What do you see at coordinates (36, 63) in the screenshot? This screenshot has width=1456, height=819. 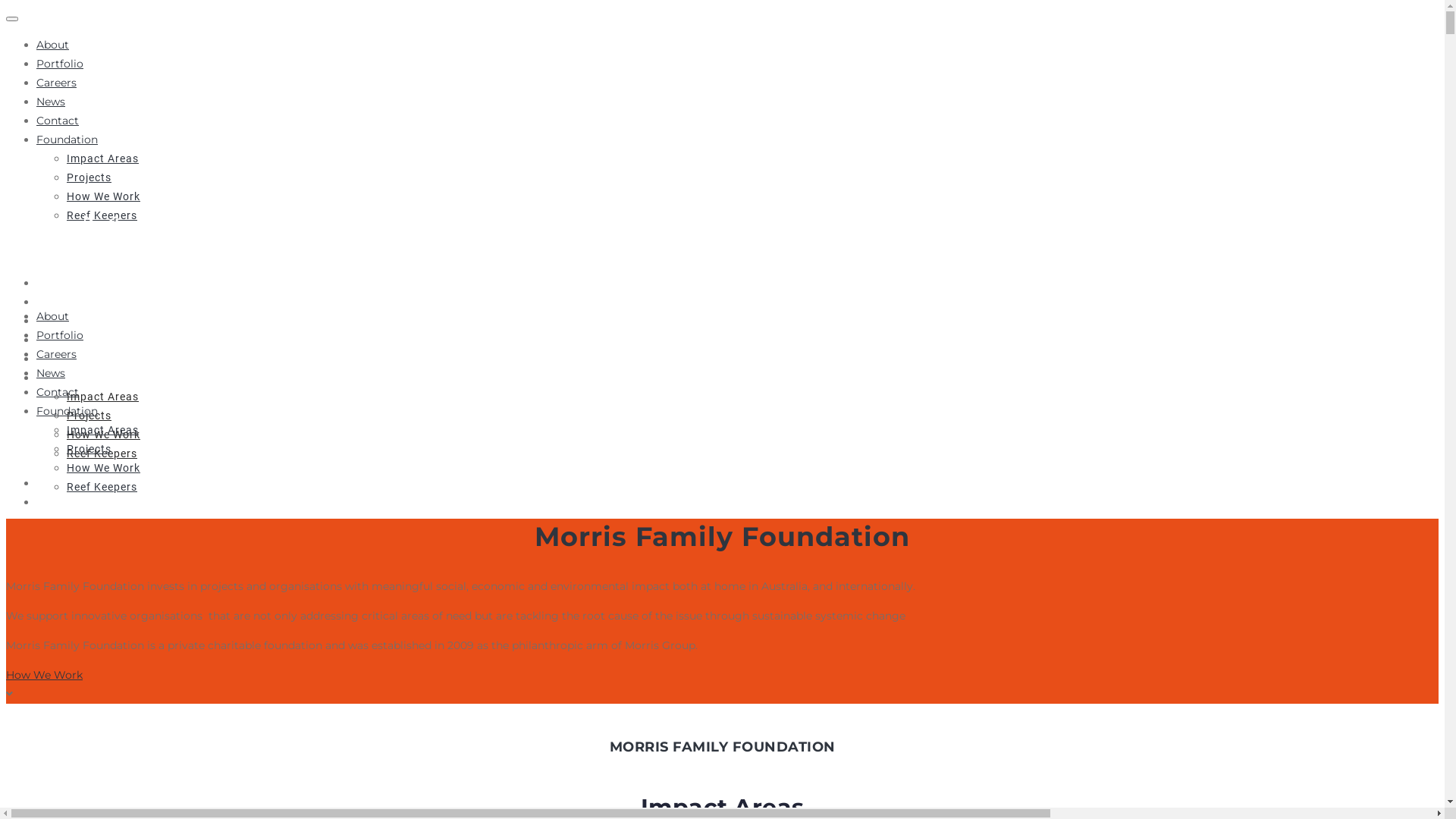 I see `'Portfolio'` at bounding box center [36, 63].